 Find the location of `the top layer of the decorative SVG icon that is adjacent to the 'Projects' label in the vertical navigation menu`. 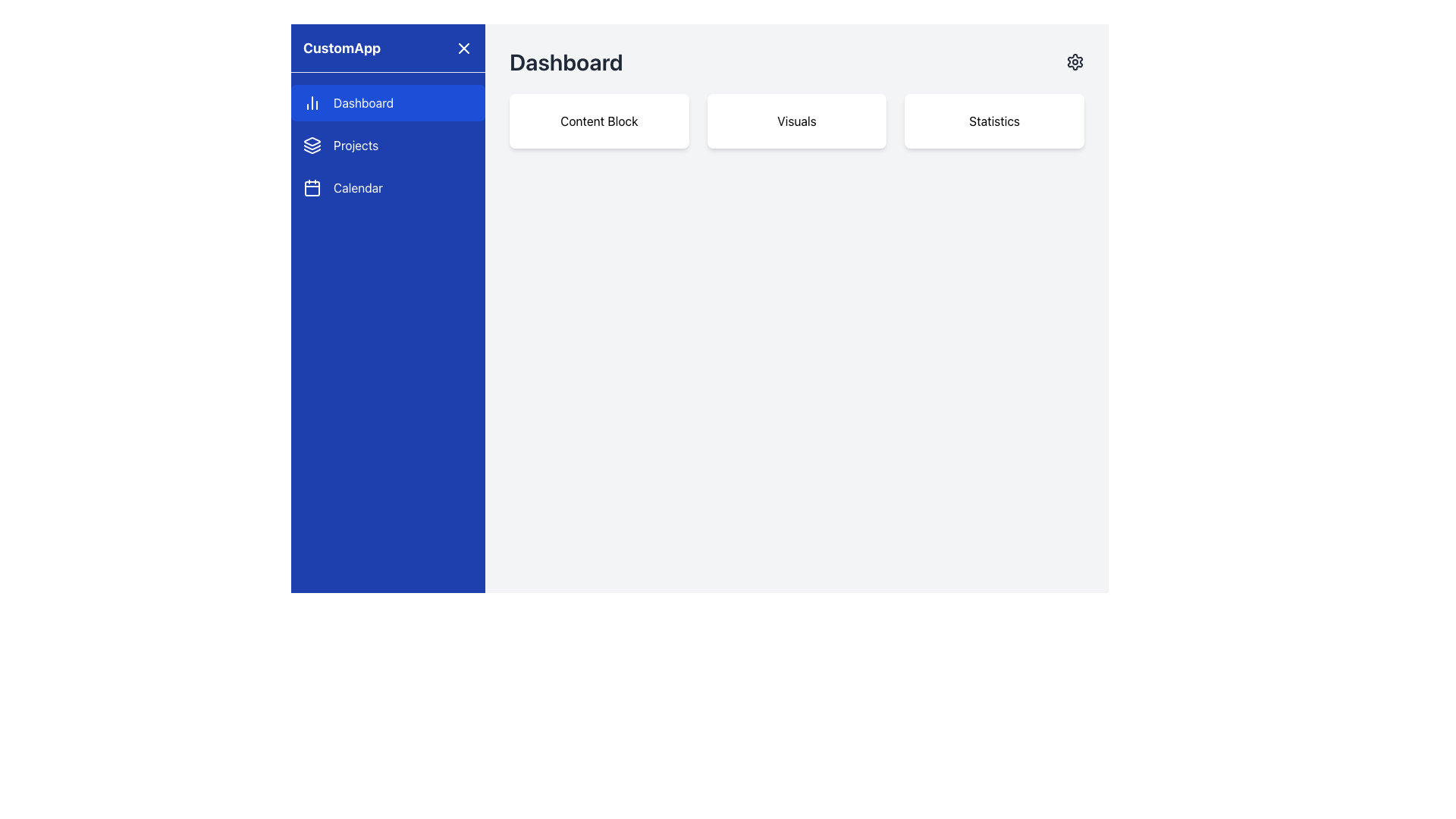

the top layer of the decorative SVG icon that is adjacent to the 'Projects' label in the vertical navigation menu is located at coordinates (312, 141).